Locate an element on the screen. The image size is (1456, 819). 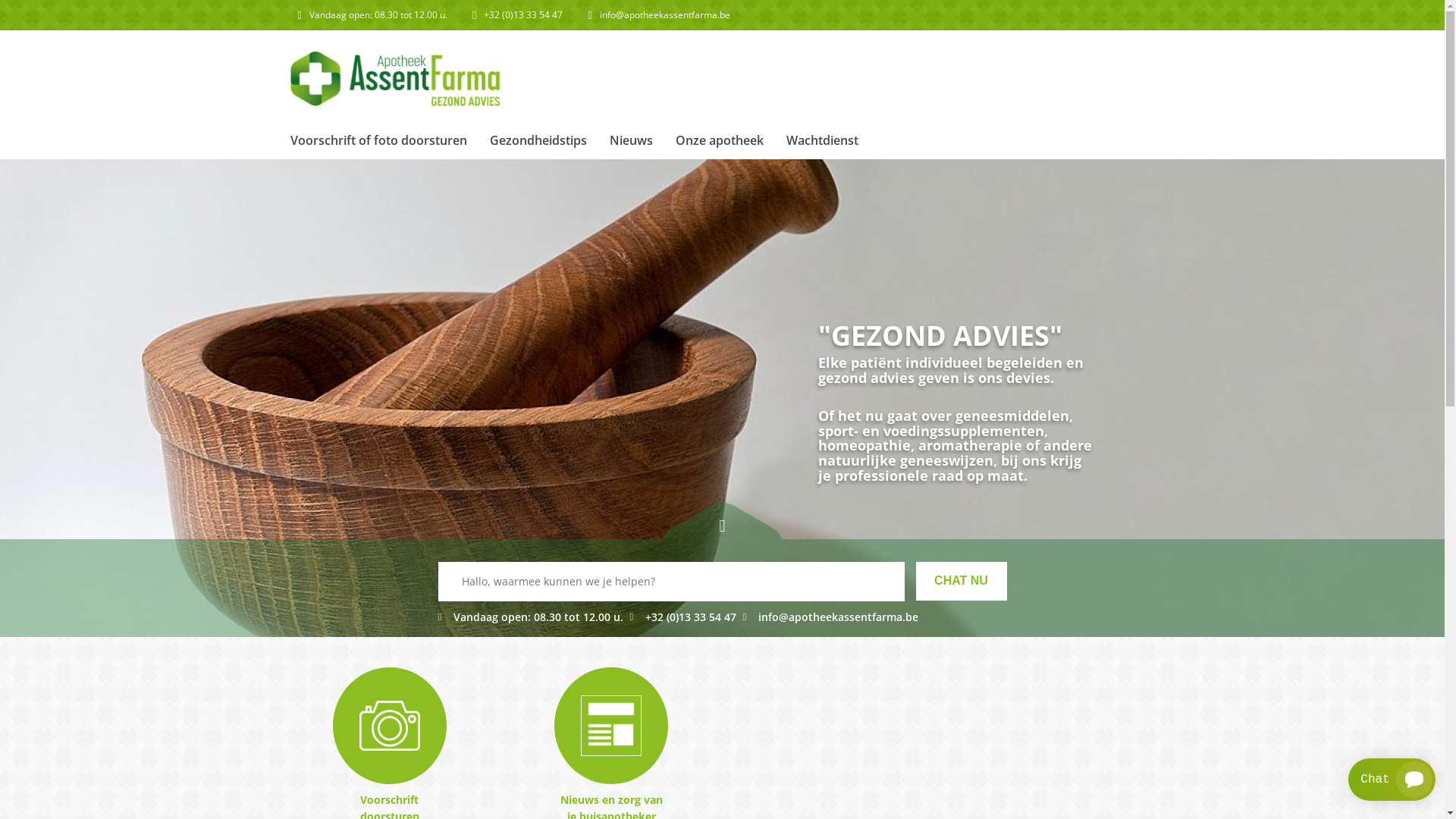
'+32 (0)13 33 54 47' is located at coordinates (523, 14).